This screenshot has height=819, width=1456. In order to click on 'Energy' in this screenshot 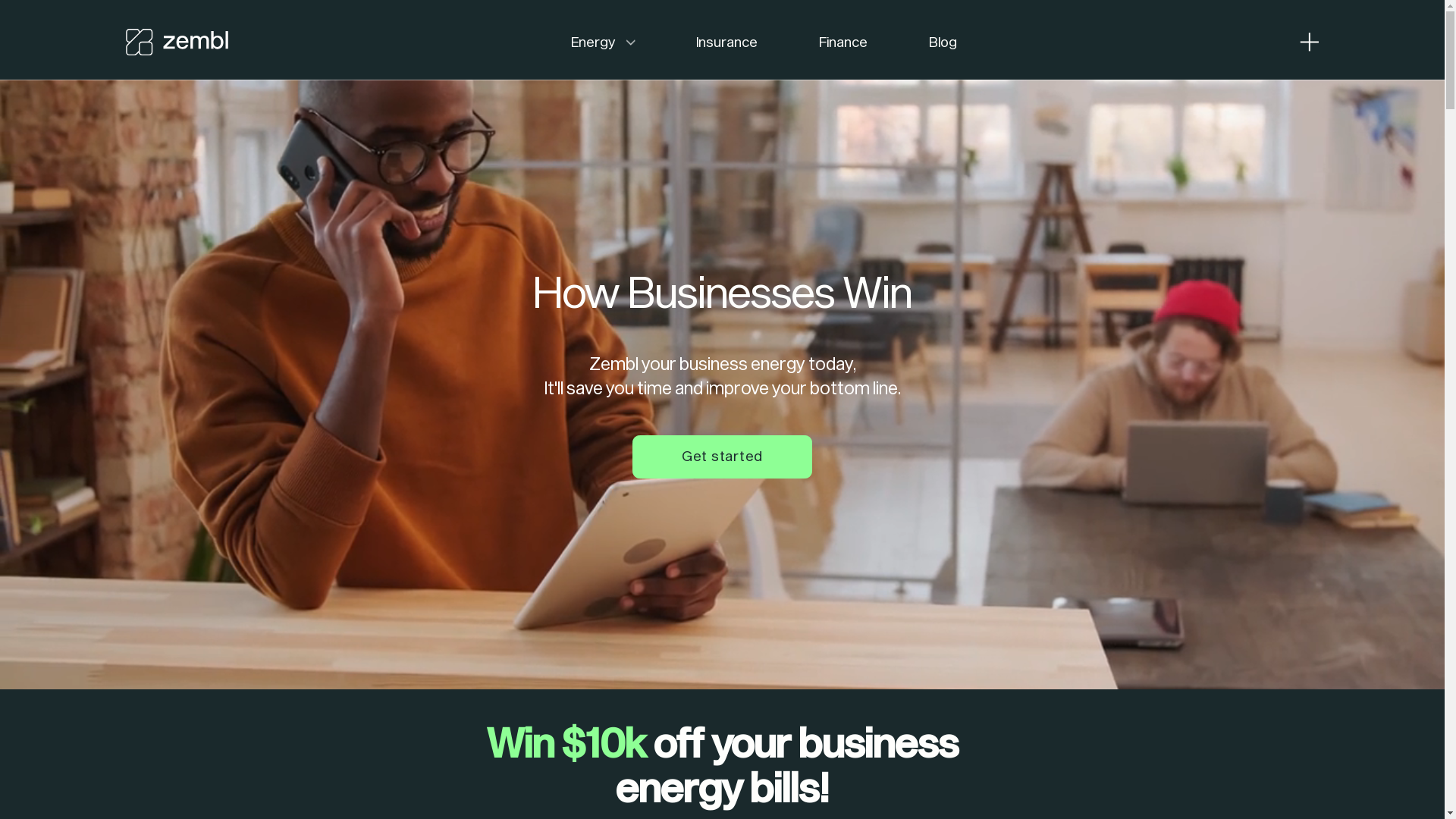, I will do `click(592, 42)`.